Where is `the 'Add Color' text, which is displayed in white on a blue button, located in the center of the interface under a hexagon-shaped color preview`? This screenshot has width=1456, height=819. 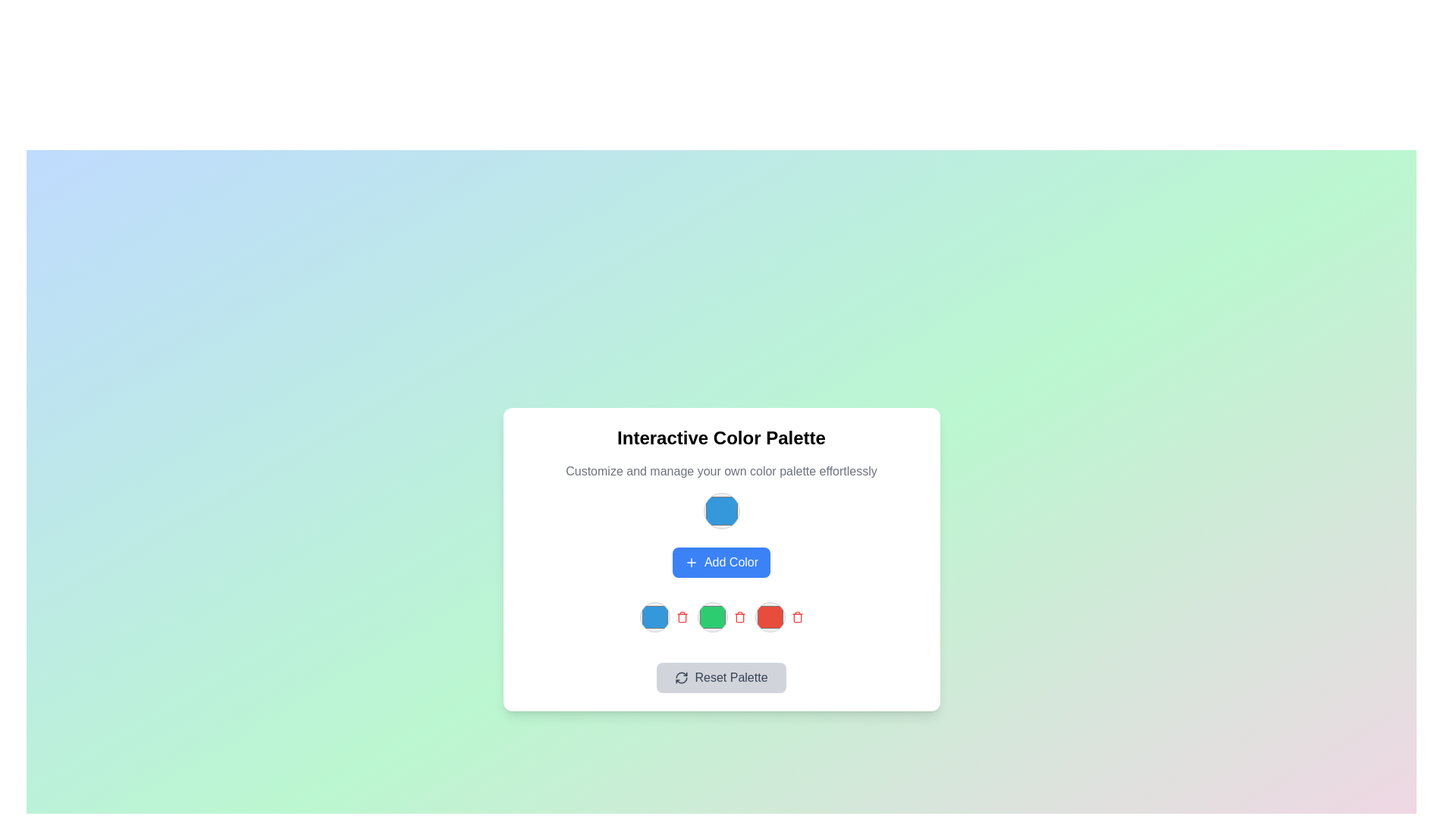
the 'Add Color' text, which is displayed in white on a blue button, located in the center of the interface under a hexagon-shaped color preview is located at coordinates (731, 562).